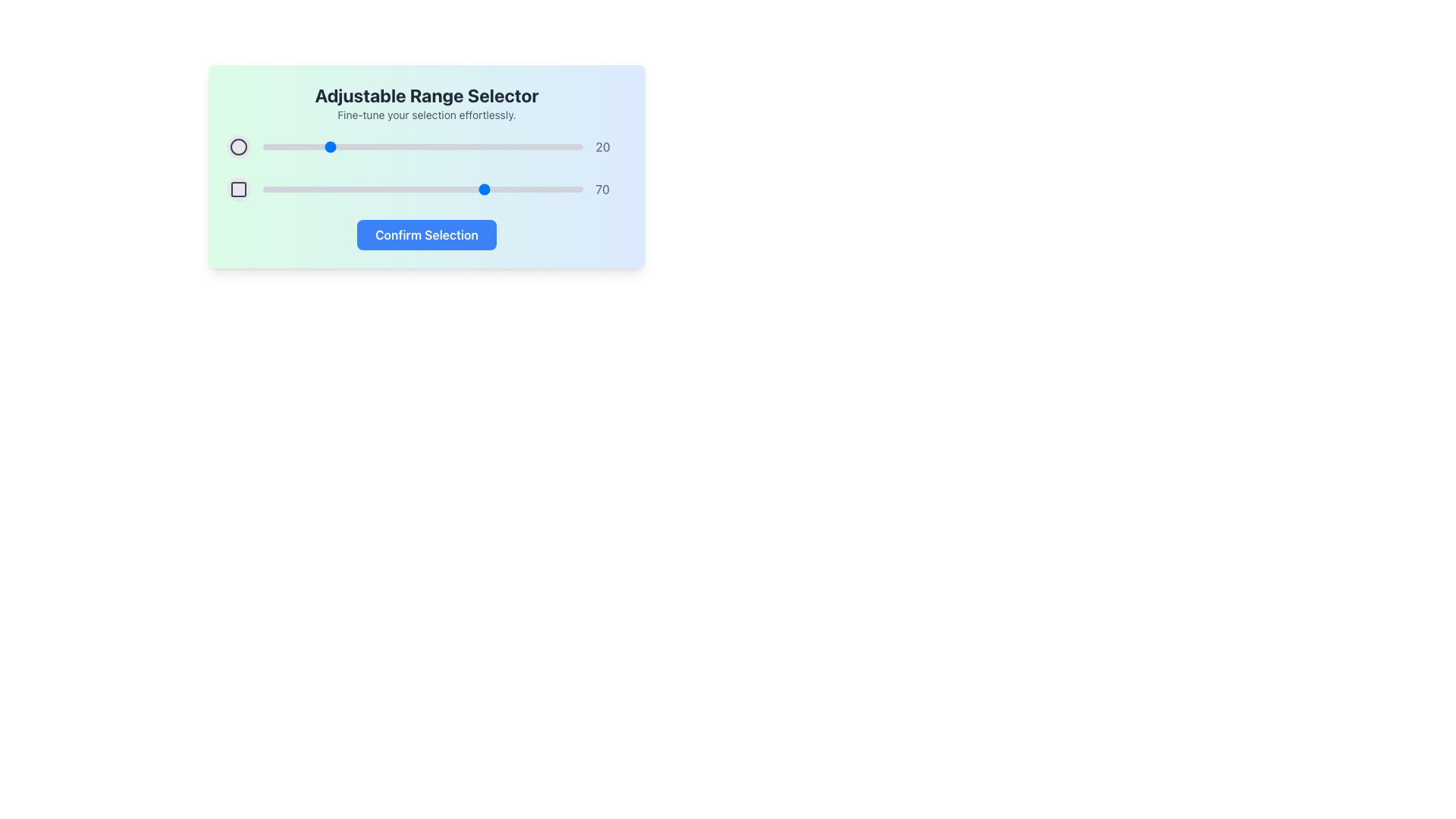  I want to click on the slider value, so click(526, 189).